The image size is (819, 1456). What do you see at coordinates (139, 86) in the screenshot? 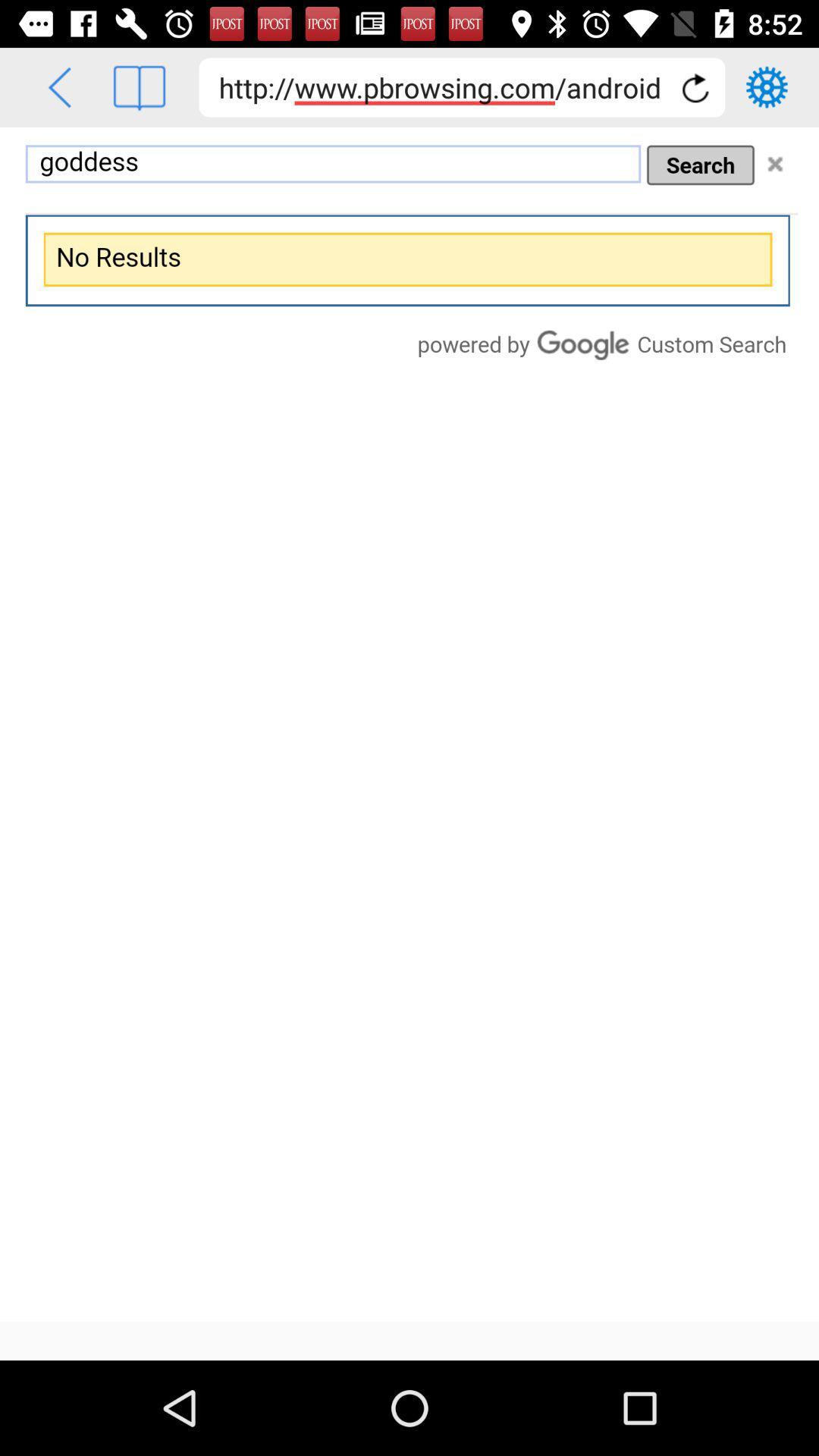
I see `the book icon` at bounding box center [139, 86].